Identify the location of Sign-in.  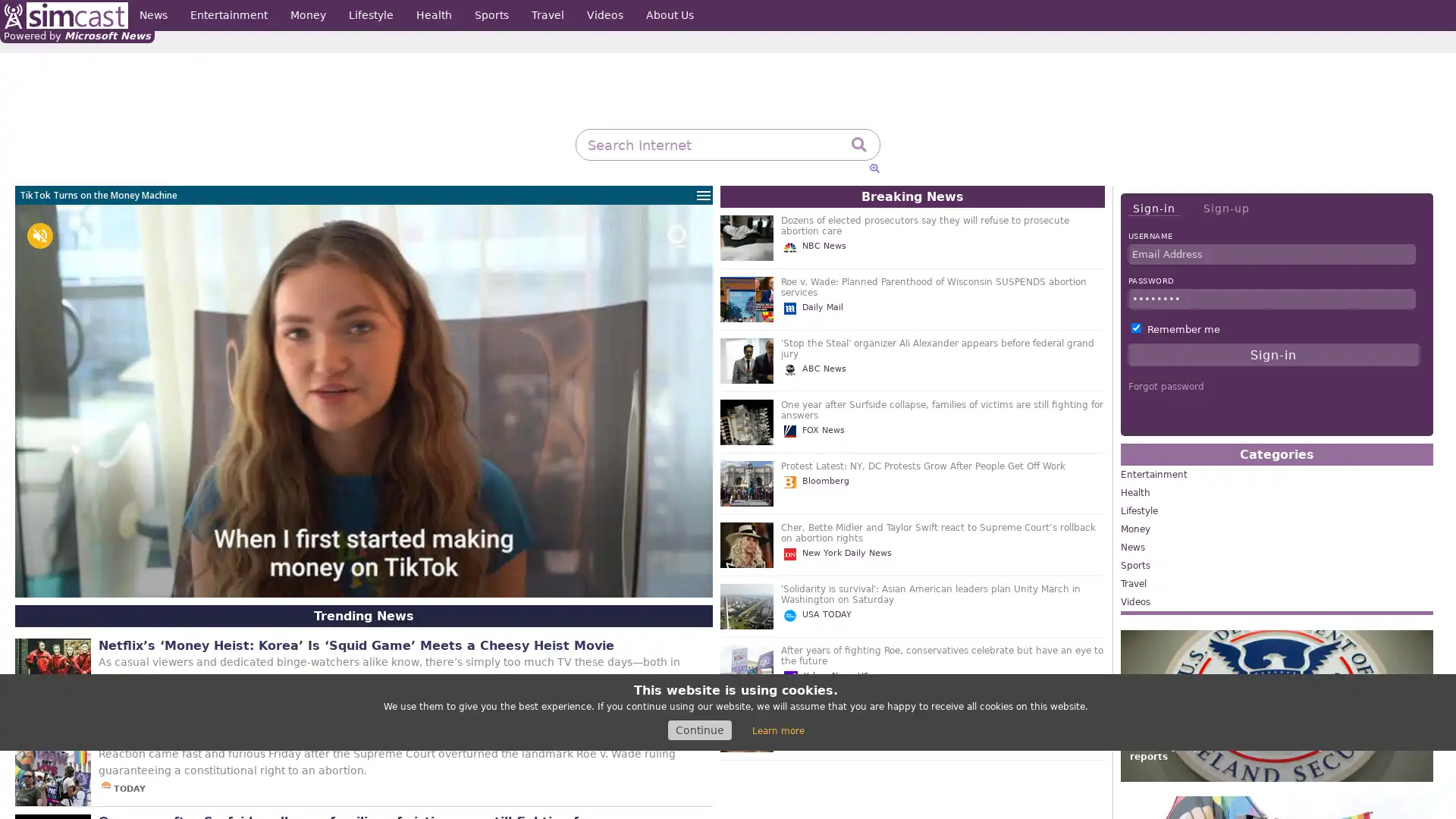
(1273, 354).